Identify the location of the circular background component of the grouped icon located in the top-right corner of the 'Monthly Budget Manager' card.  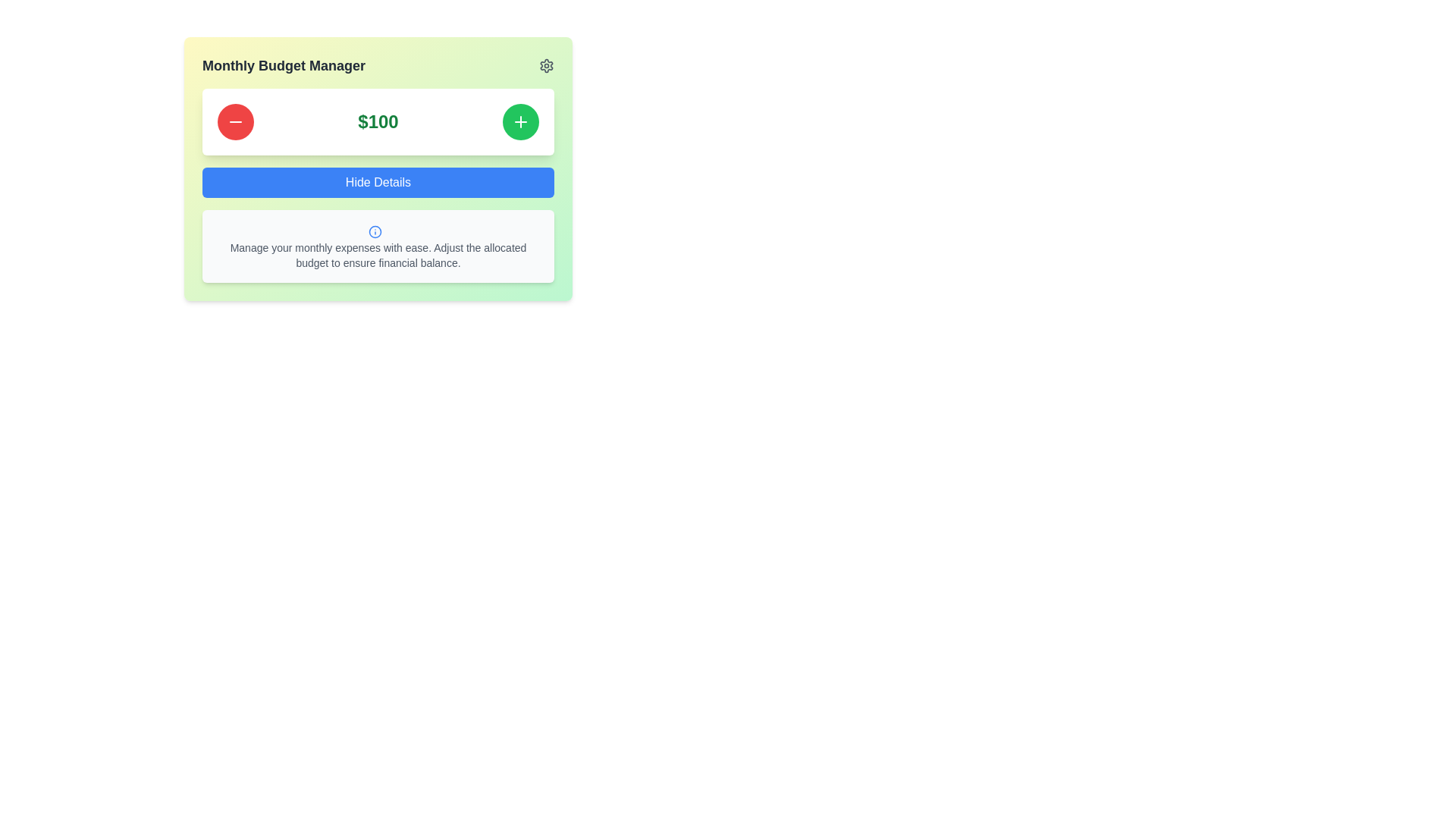
(375, 231).